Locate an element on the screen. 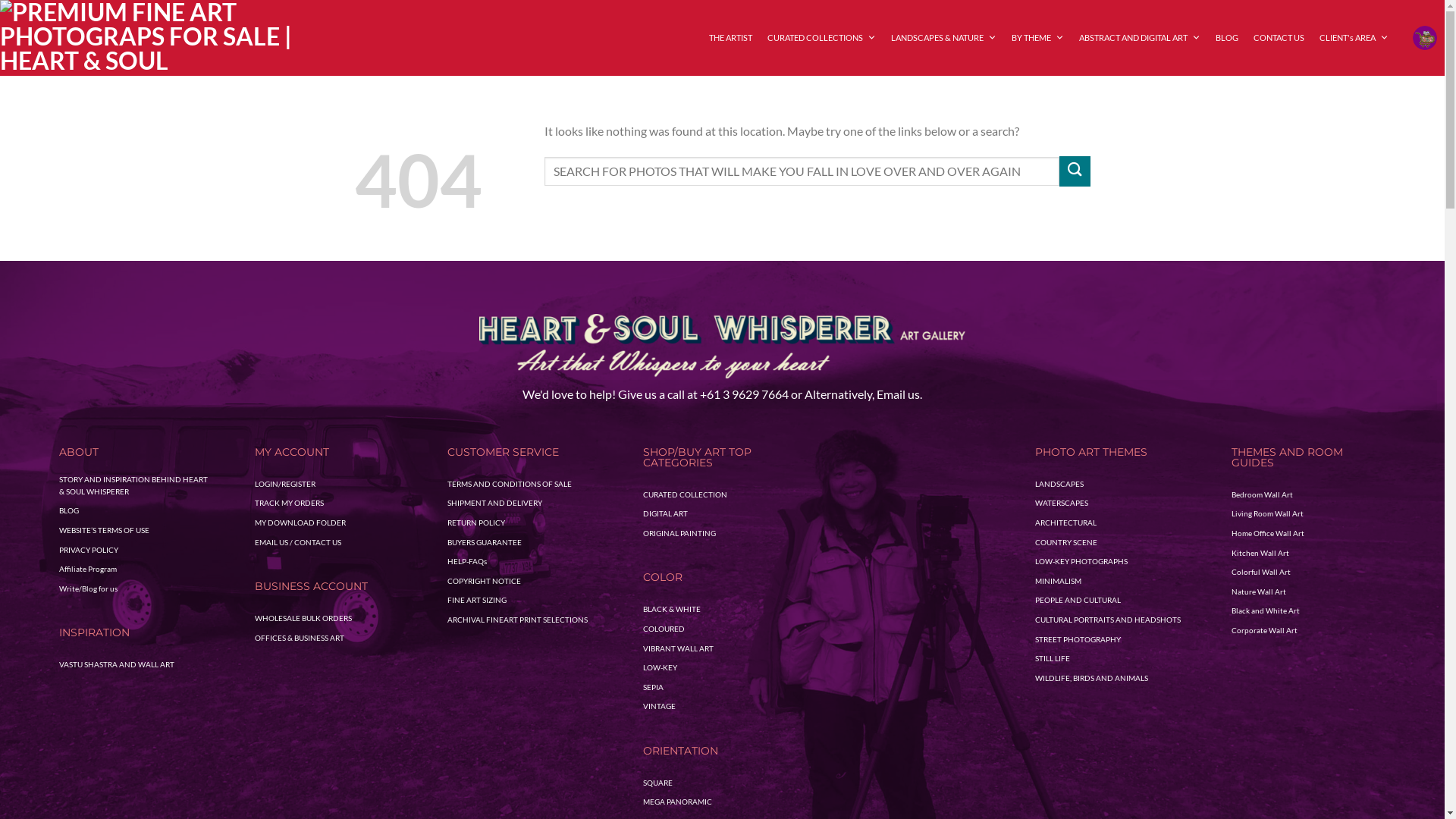 The image size is (1456, 819). 'TERMS AND CONDITIONS OF SALE' is located at coordinates (510, 483).